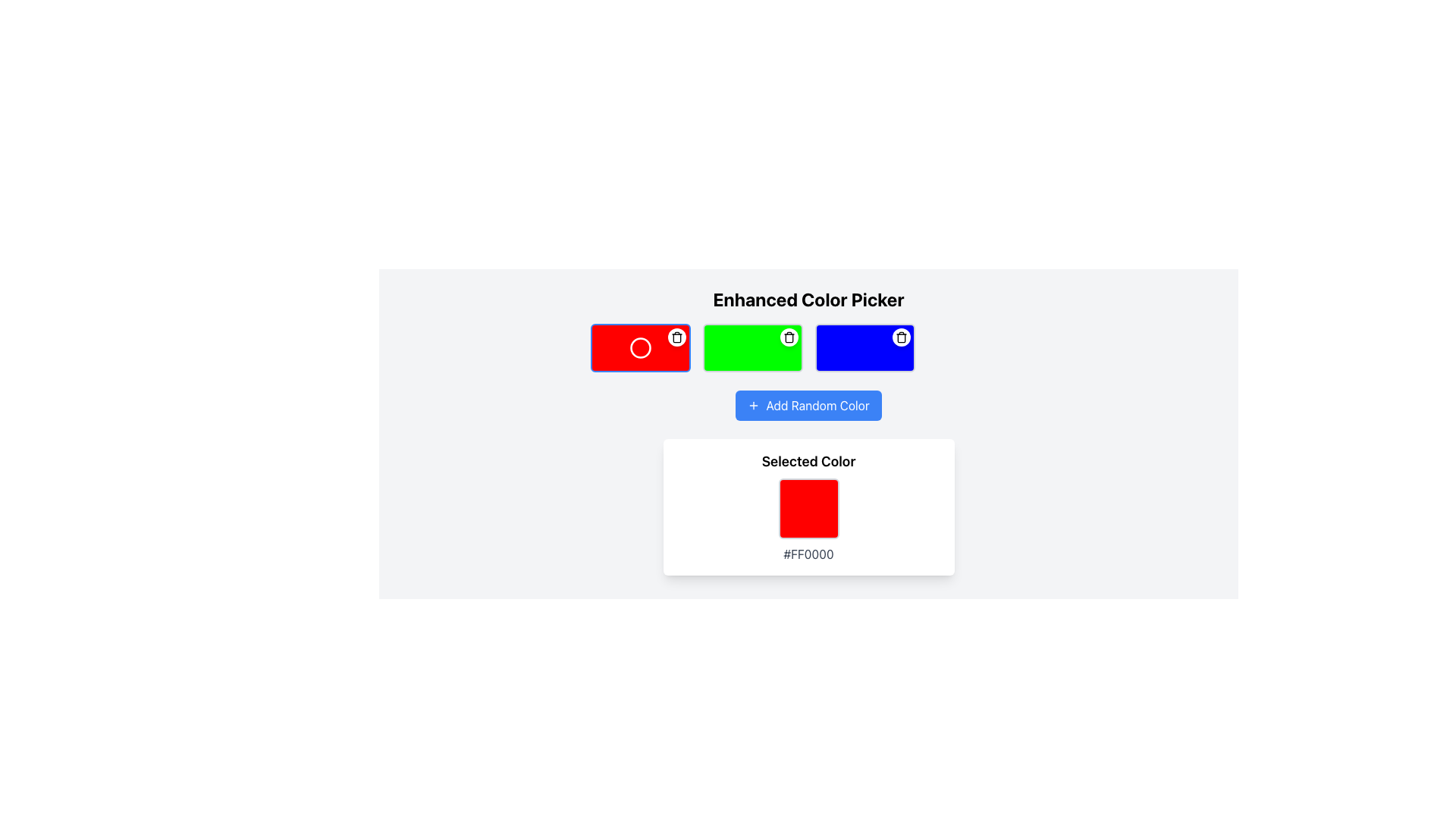  Describe the element at coordinates (901, 336) in the screenshot. I see `the small circular button with a trash can icon located at the top-right corner of the blue rectangular box` at that location.